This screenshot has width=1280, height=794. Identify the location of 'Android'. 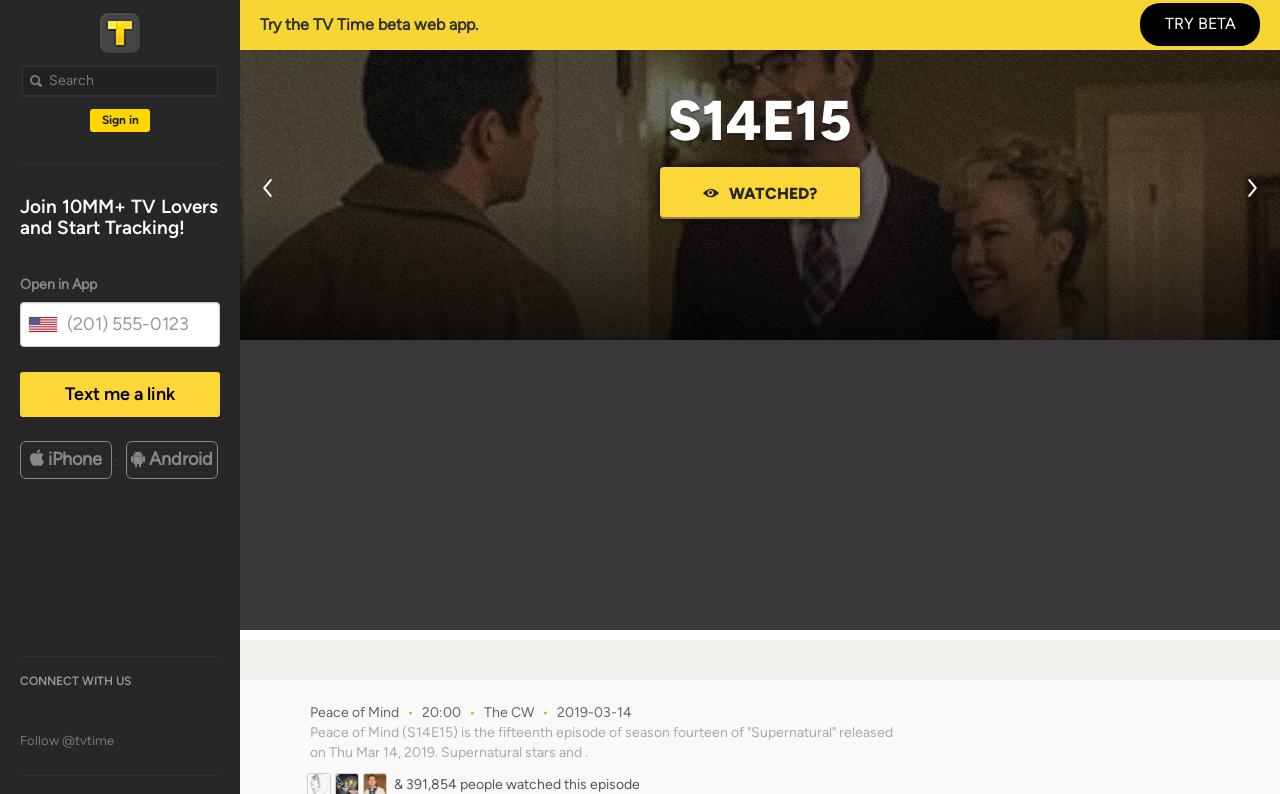
(180, 457).